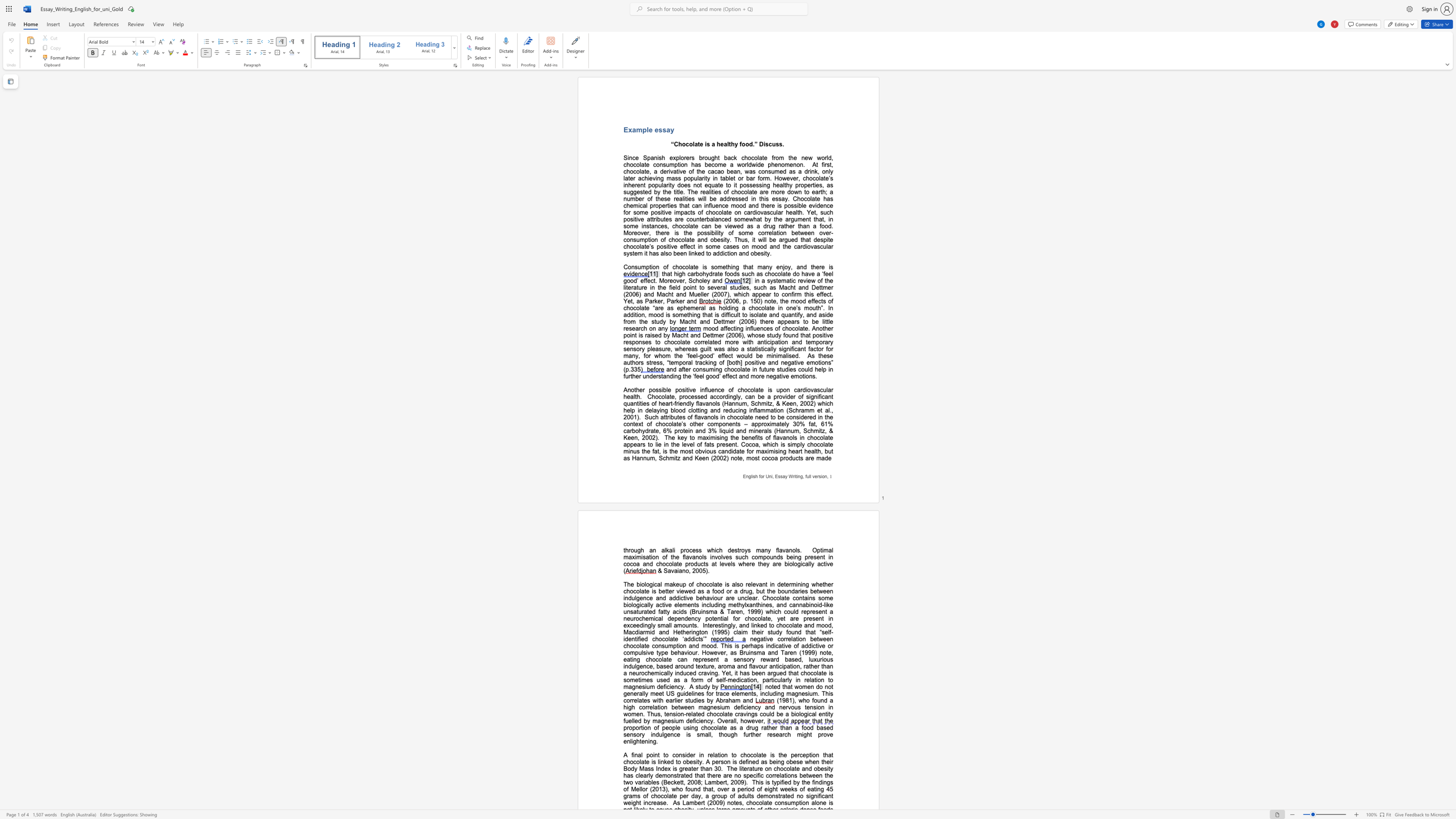 The height and width of the screenshot is (819, 1456). Describe the element at coordinates (812, 205) in the screenshot. I see `the subset text "vide" within the text "possible evidence"` at that location.